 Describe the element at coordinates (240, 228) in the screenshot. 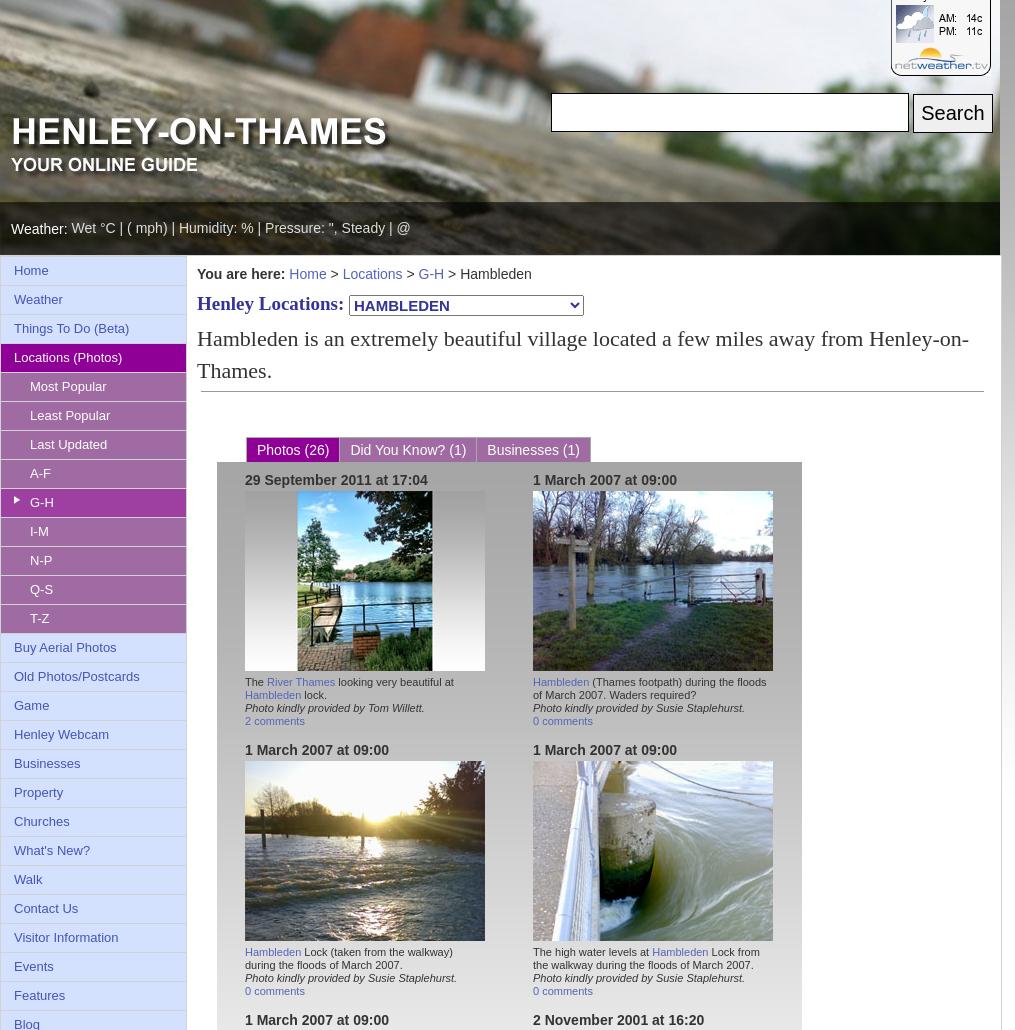

I see `'Wet
				 °C | 
				 ( mph) | 
				Humidity: % | 
				Pressure: ", 
				
					Steady
				
				 |
	   @'` at that location.